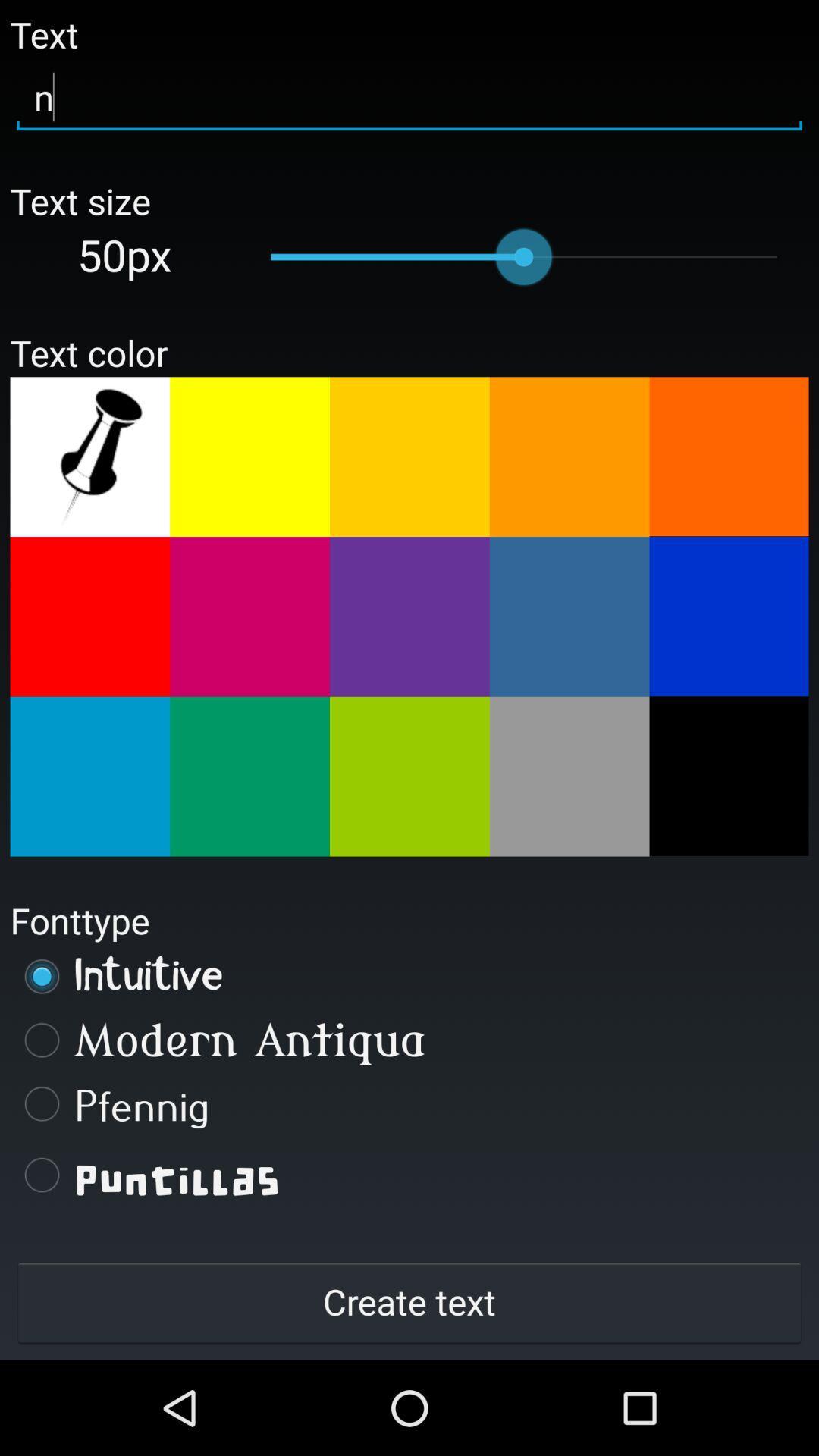 Image resolution: width=819 pixels, height=1456 pixels. I want to click on text color black, so click(728, 776).